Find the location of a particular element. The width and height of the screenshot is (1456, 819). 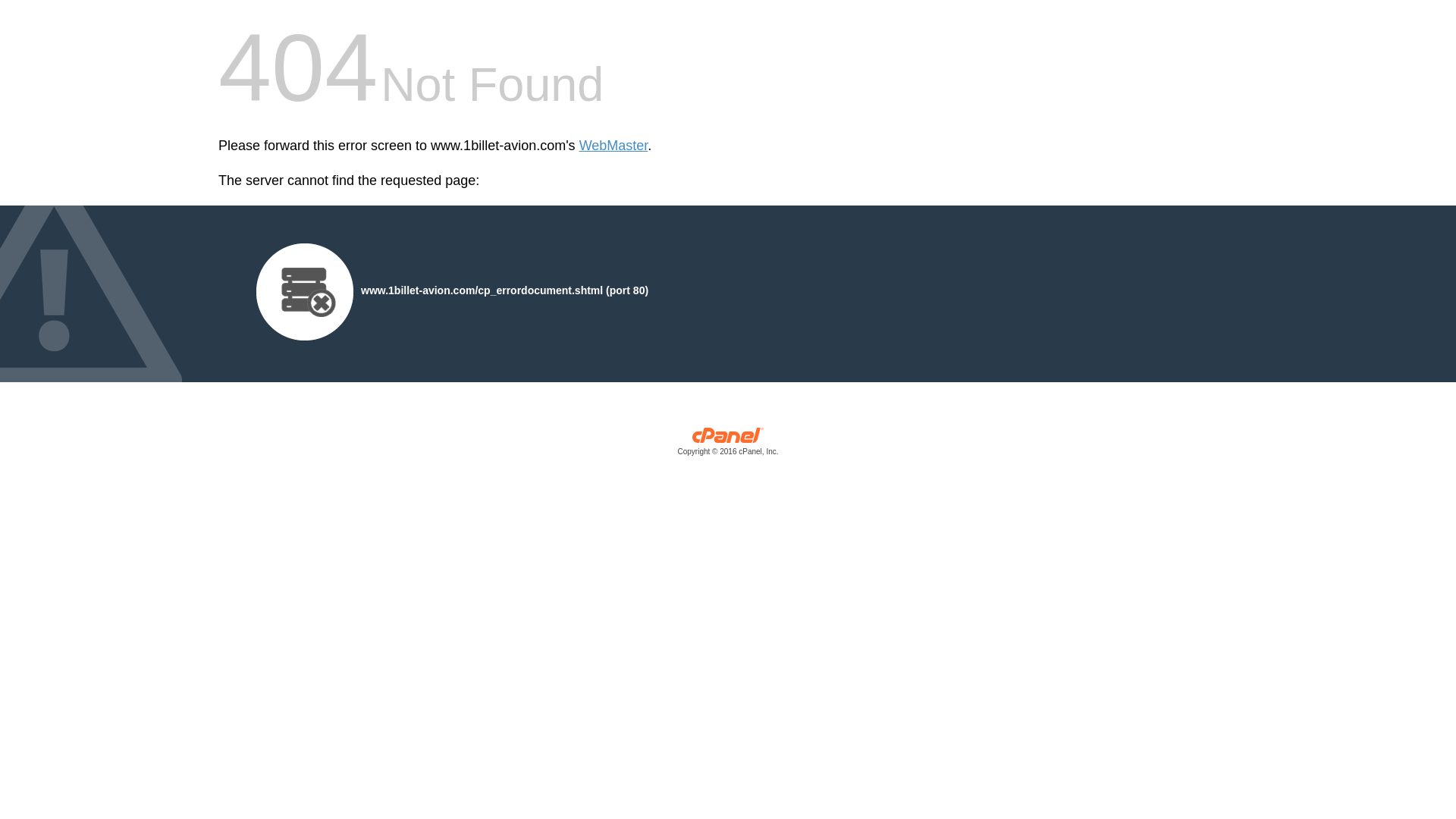

'WebMaster' is located at coordinates (578, 146).